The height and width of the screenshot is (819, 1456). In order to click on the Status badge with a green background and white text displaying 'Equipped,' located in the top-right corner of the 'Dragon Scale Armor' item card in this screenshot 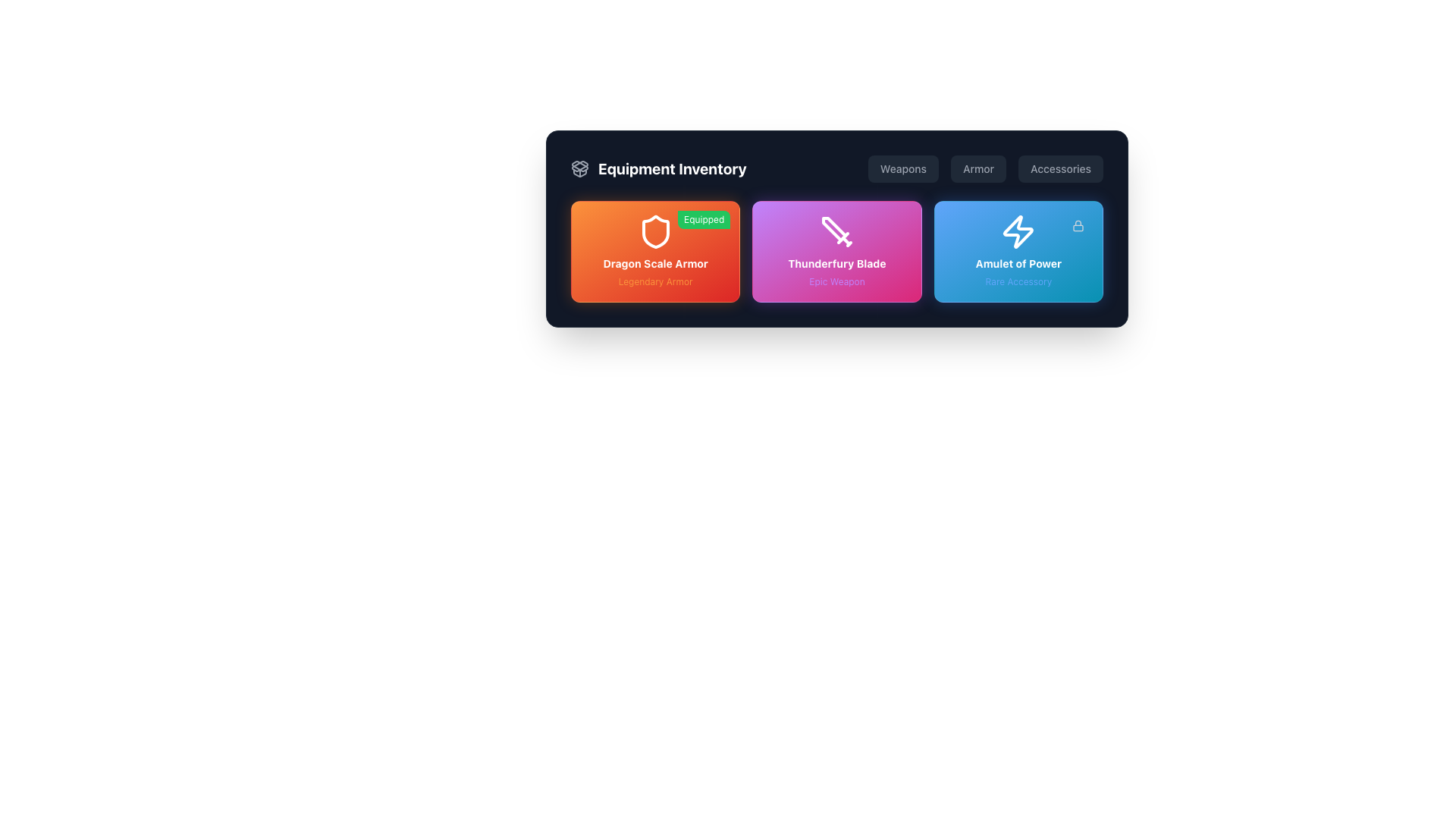, I will do `click(703, 219)`.